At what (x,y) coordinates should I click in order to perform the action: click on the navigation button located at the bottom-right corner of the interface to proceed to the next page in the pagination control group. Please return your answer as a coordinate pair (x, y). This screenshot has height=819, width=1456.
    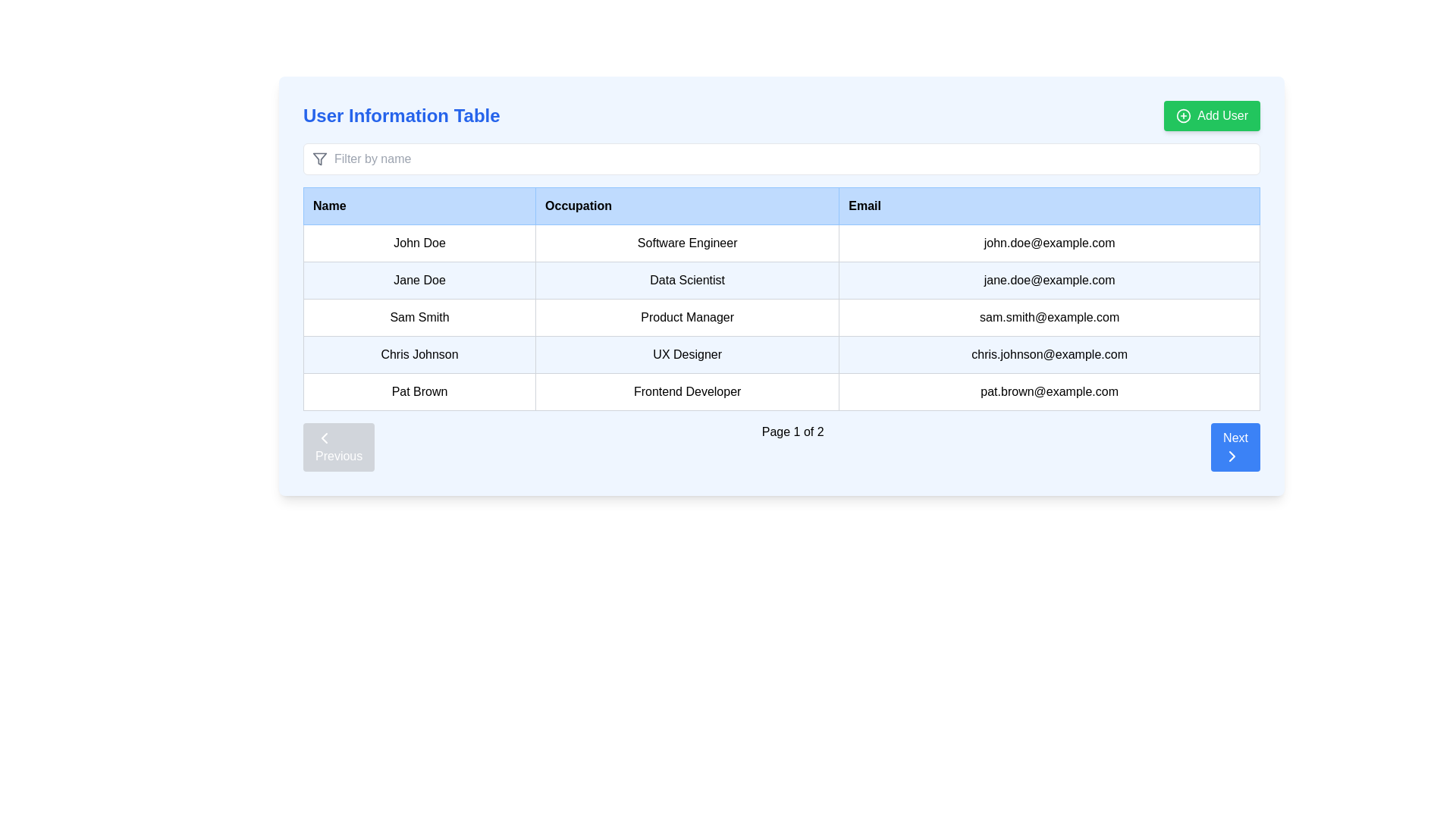
    Looking at the image, I should click on (1235, 447).